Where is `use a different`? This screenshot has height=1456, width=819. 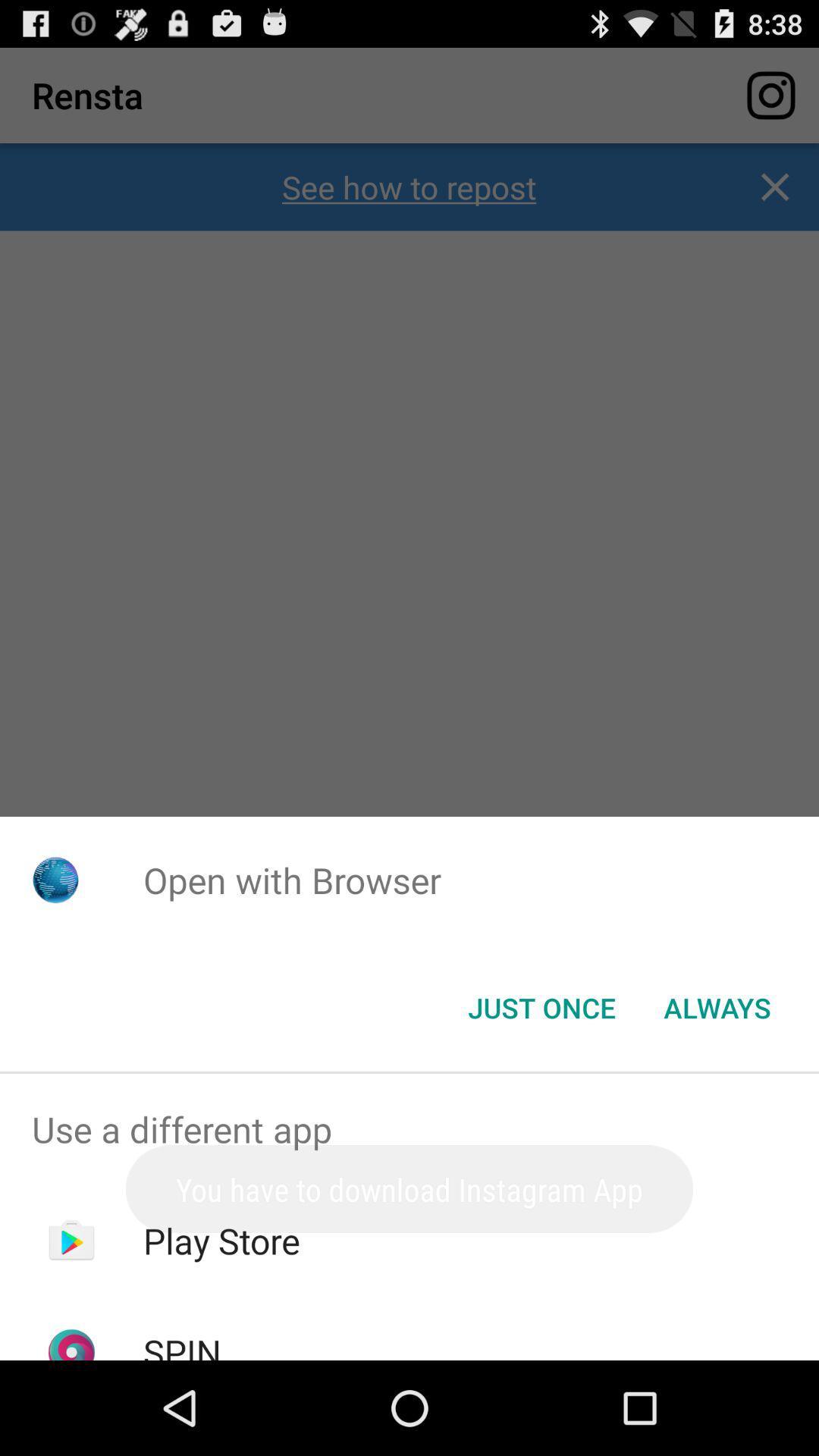
use a different is located at coordinates (409, 1129).